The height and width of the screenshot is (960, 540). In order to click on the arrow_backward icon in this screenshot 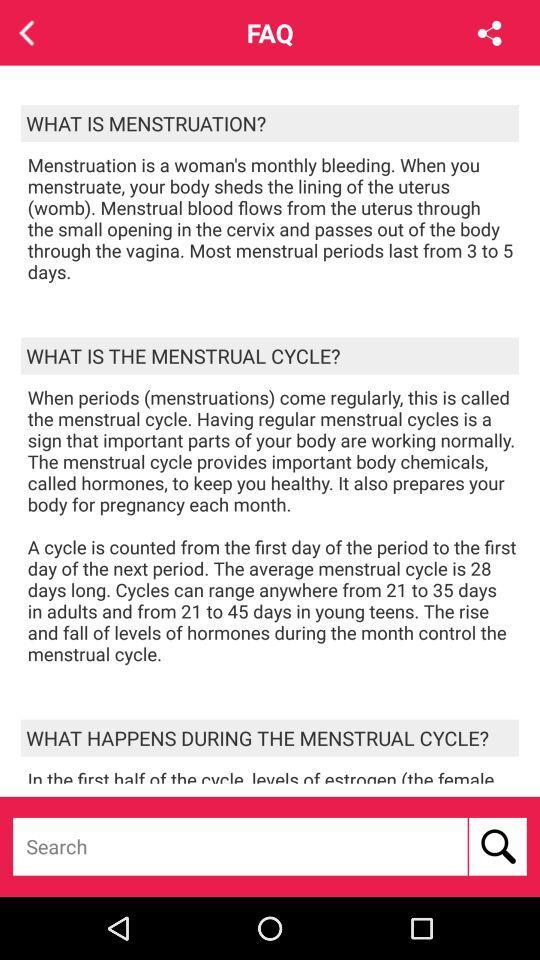, I will do `click(28, 34)`.